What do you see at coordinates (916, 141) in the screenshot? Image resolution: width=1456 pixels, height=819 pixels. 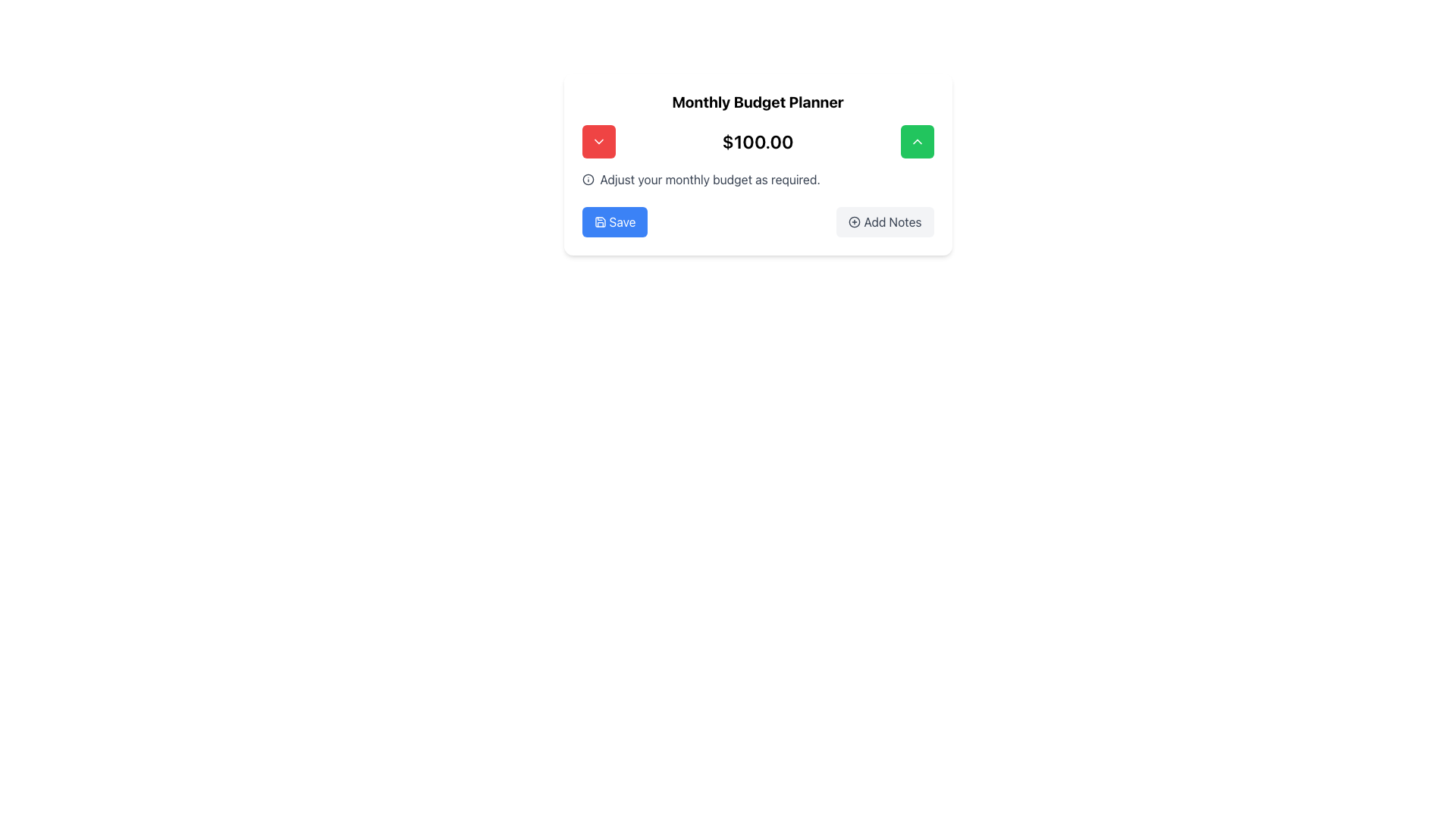 I see `the chevron-up icon located centrally within the green square button in the top-right region of the 'Monthly Budget Planner' card to interact or trigger a corresponding action` at bounding box center [916, 141].